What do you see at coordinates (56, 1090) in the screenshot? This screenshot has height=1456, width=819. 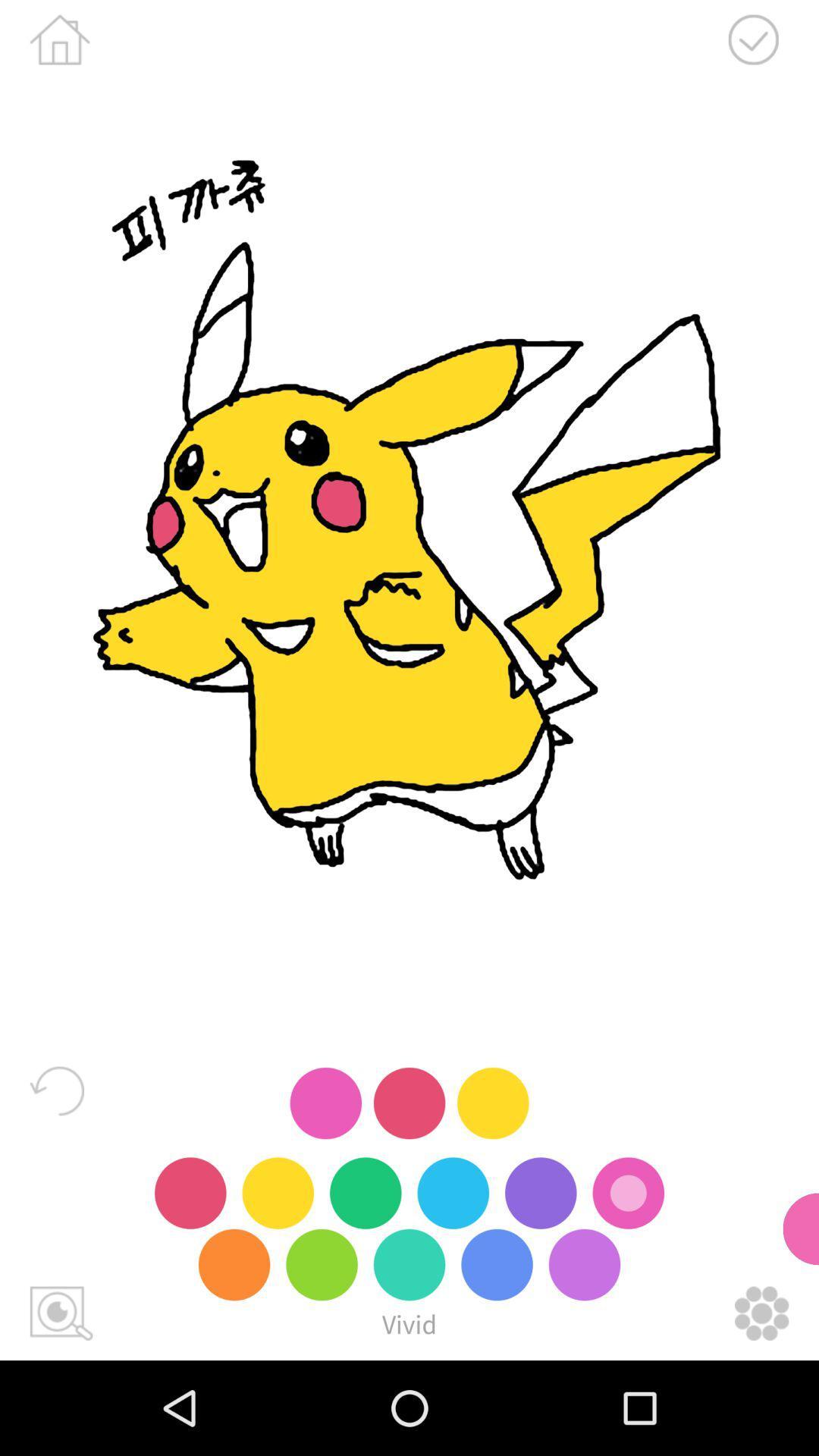 I see `reset screen` at bounding box center [56, 1090].